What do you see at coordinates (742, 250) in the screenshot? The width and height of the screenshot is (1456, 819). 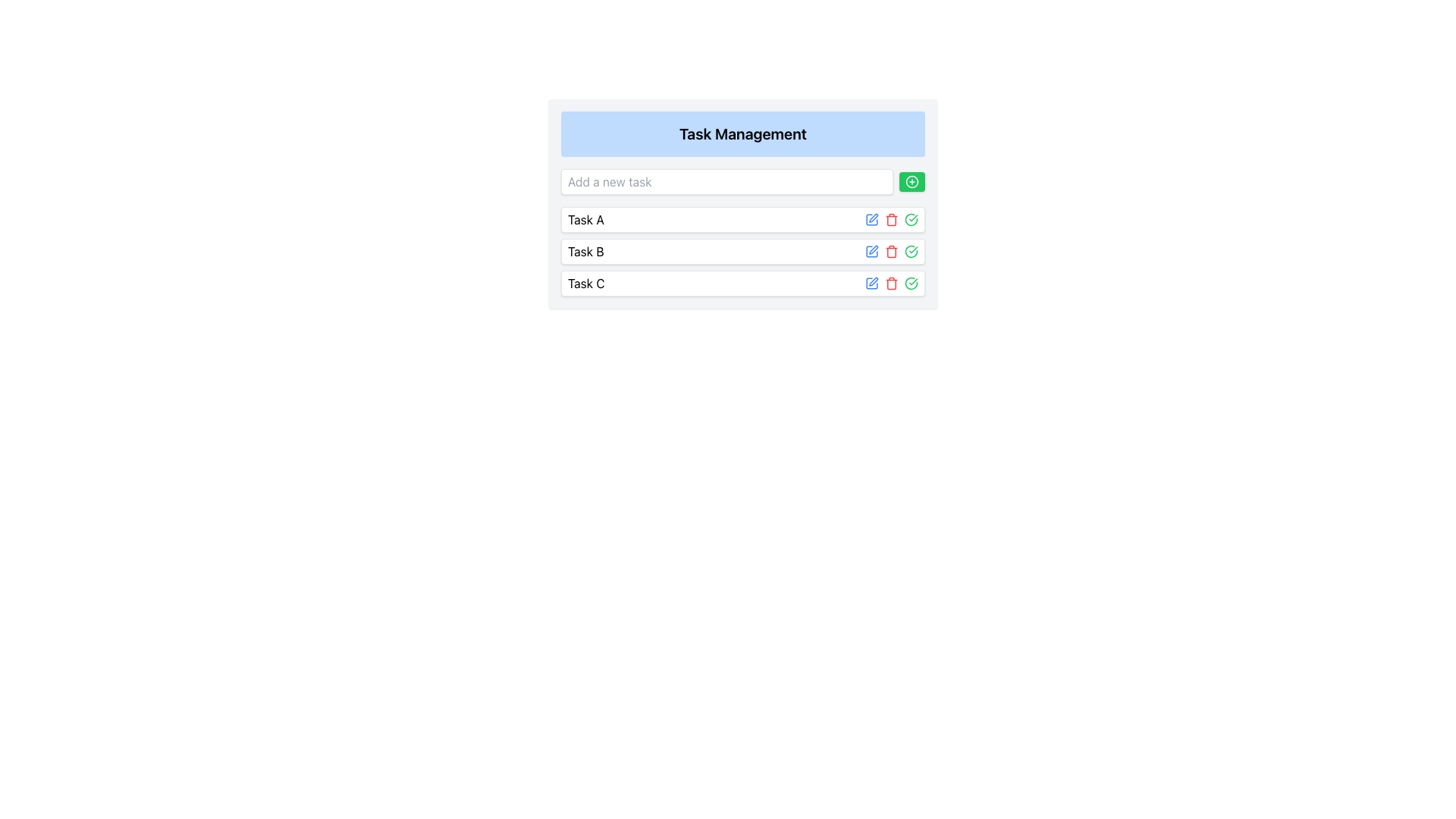 I see `the second list item representing 'Task B' in the Task Management section to interact with its associated controls` at bounding box center [742, 250].